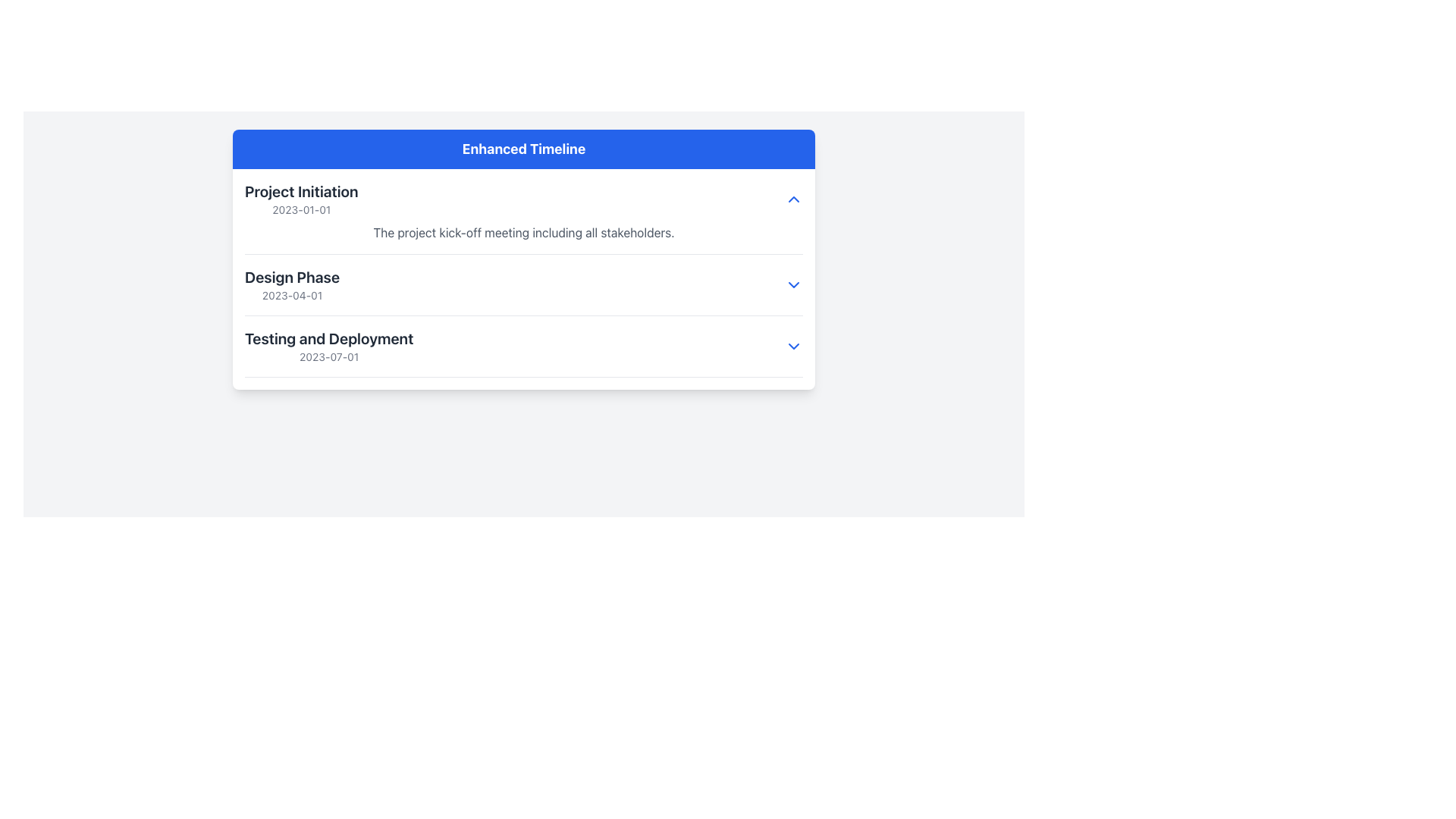 This screenshot has height=819, width=1456. I want to click on on the title or label text representing a project phase in the timeline view, located in the top-left corner of the white section under the blue header 'Enhanced Timeline', so click(301, 191).